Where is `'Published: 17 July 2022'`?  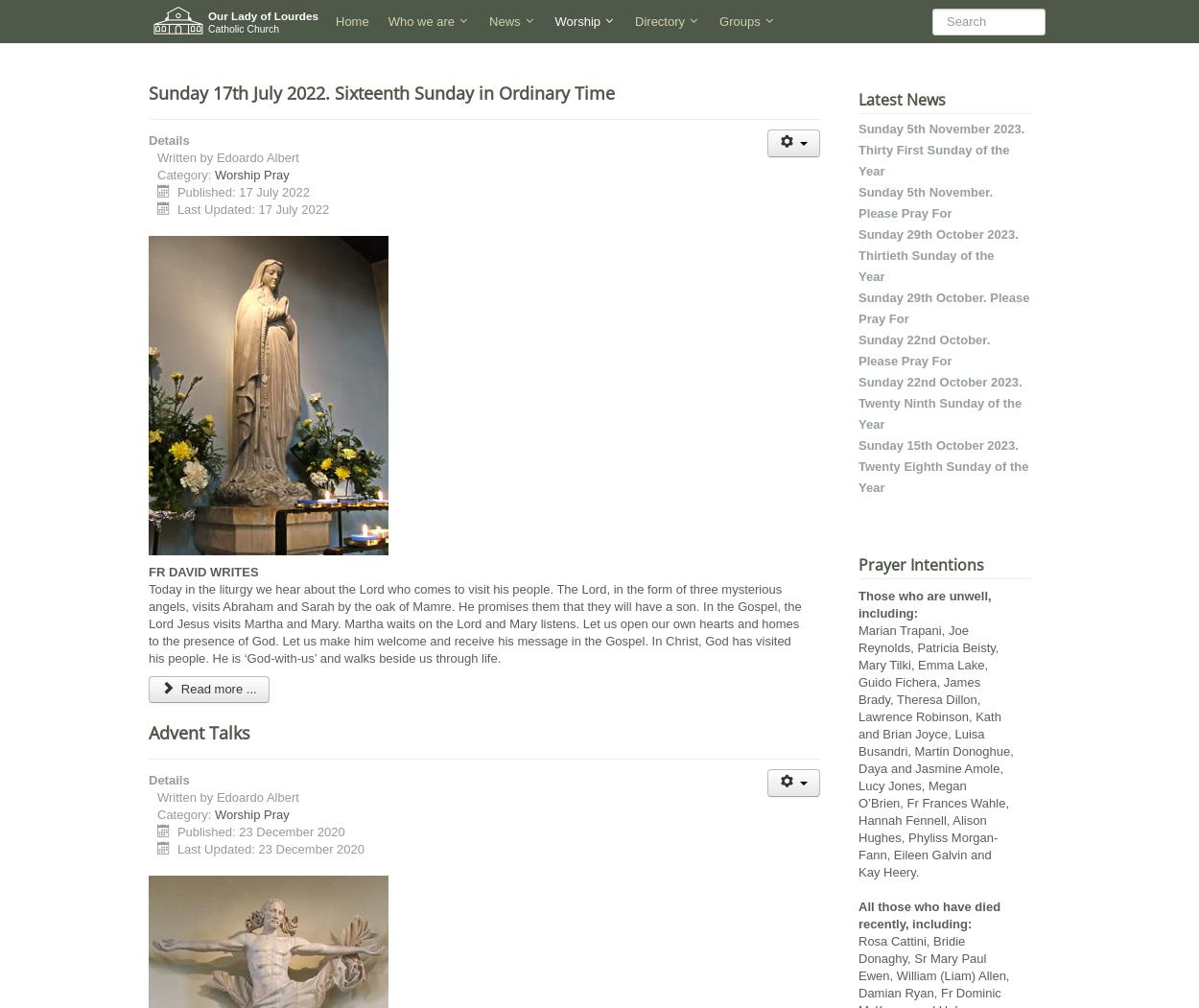 'Published: 17 July 2022' is located at coordinates (243, 192).